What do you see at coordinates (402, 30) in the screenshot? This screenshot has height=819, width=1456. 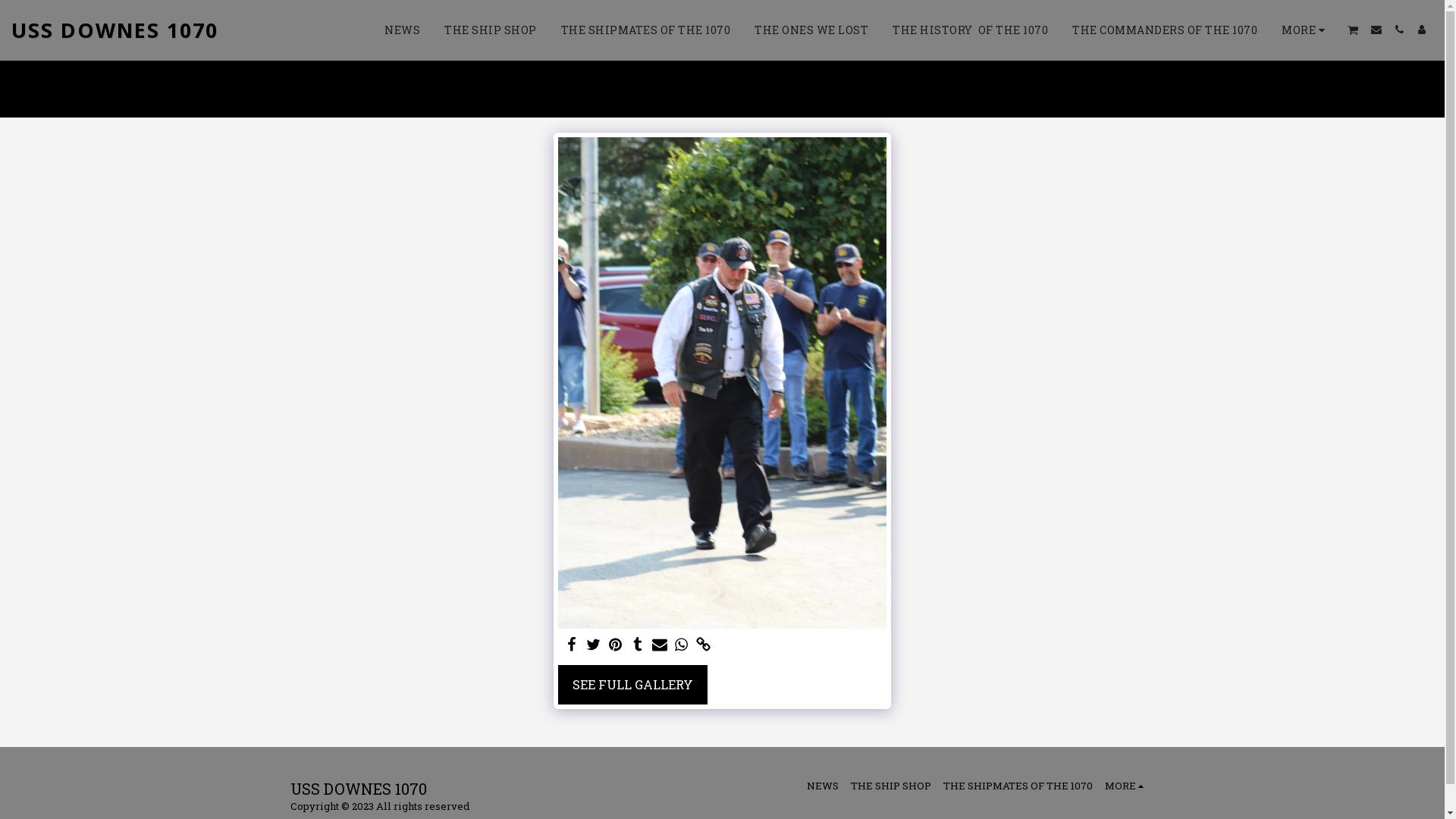 I see `'NEWS'` at bounding box center [402, 30].